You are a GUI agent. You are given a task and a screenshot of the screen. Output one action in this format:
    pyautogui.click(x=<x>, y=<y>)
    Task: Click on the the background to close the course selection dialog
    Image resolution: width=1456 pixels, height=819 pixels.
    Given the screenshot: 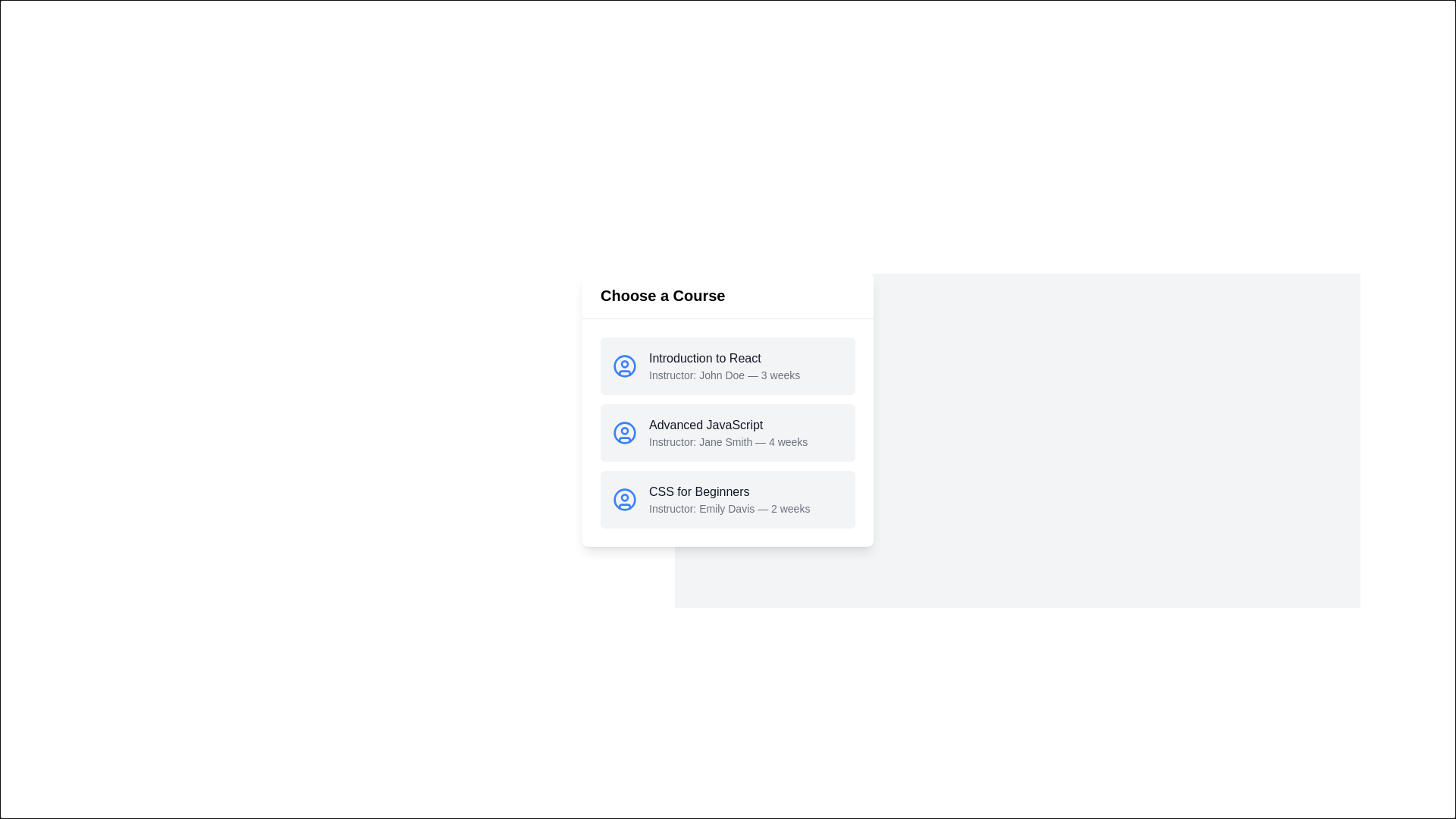 What is the action you would take?
    pyautogui.click(x=582, y=0)
    